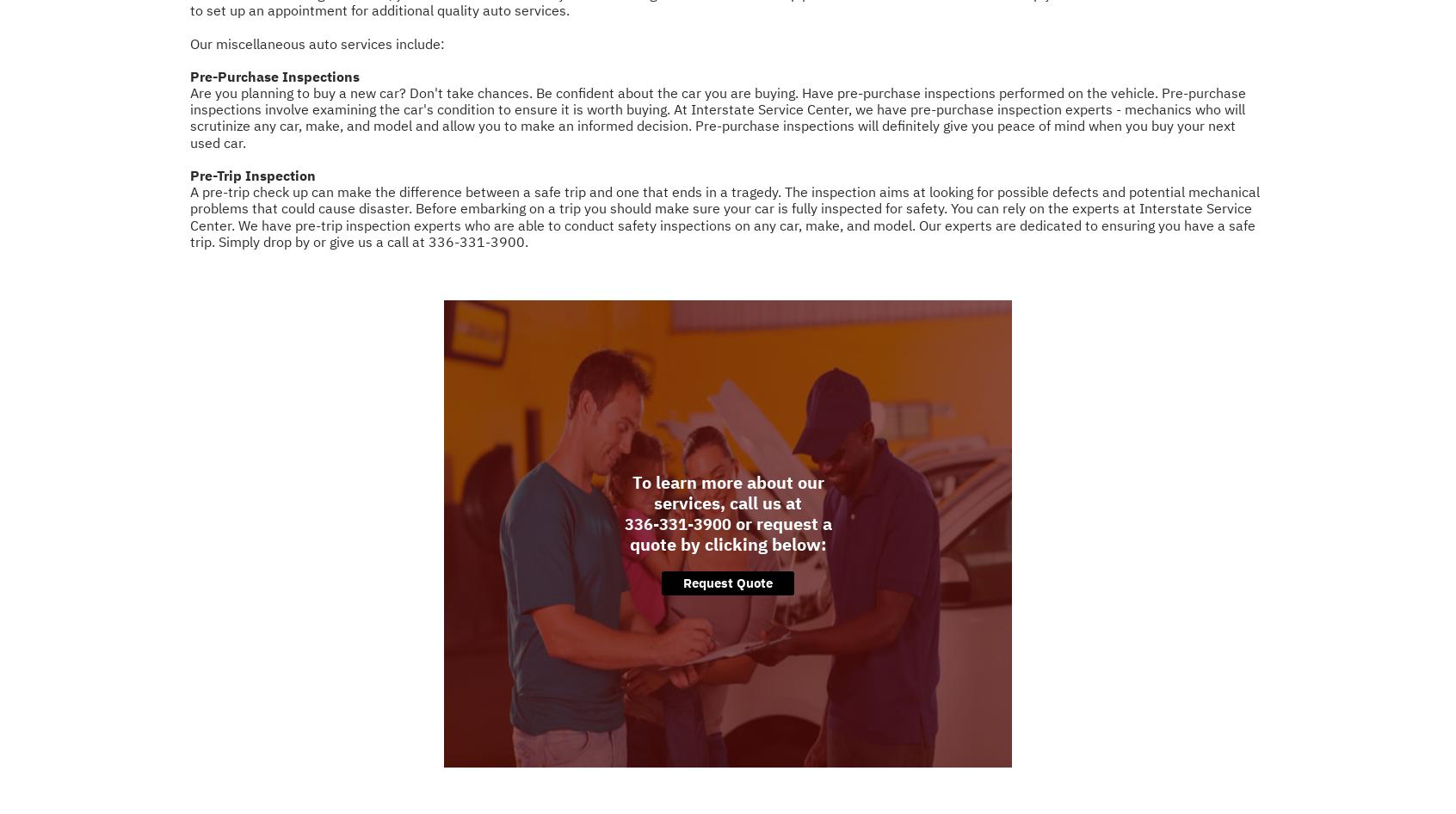  I want to click on 'To learn more about our services, call us at', so click(727, 490).